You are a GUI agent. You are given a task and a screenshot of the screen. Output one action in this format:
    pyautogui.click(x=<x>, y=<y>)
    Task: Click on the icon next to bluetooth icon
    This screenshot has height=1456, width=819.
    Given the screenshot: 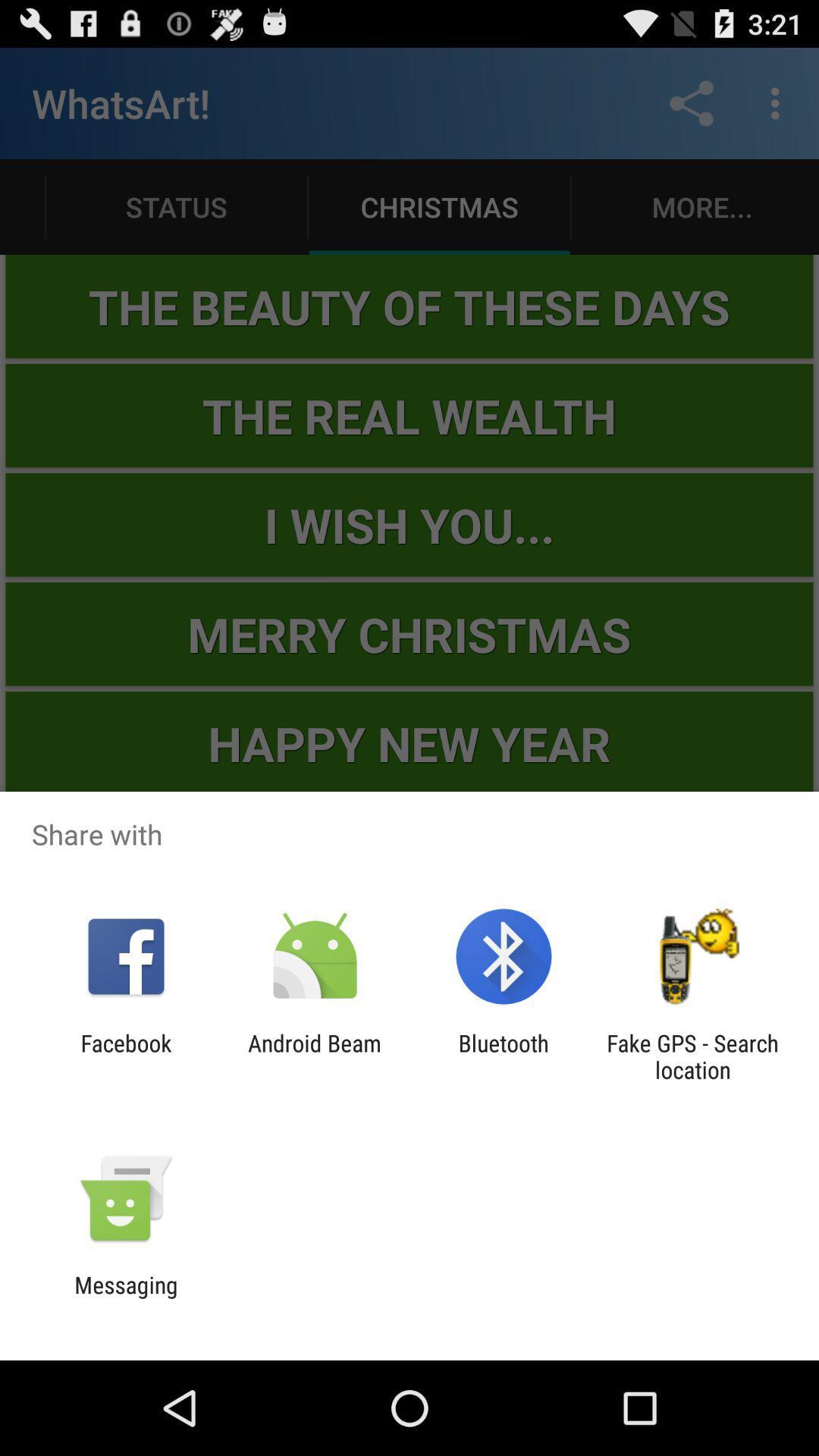 What is the action you would take?
    pyautogui.click(x=692, y=1056)
    